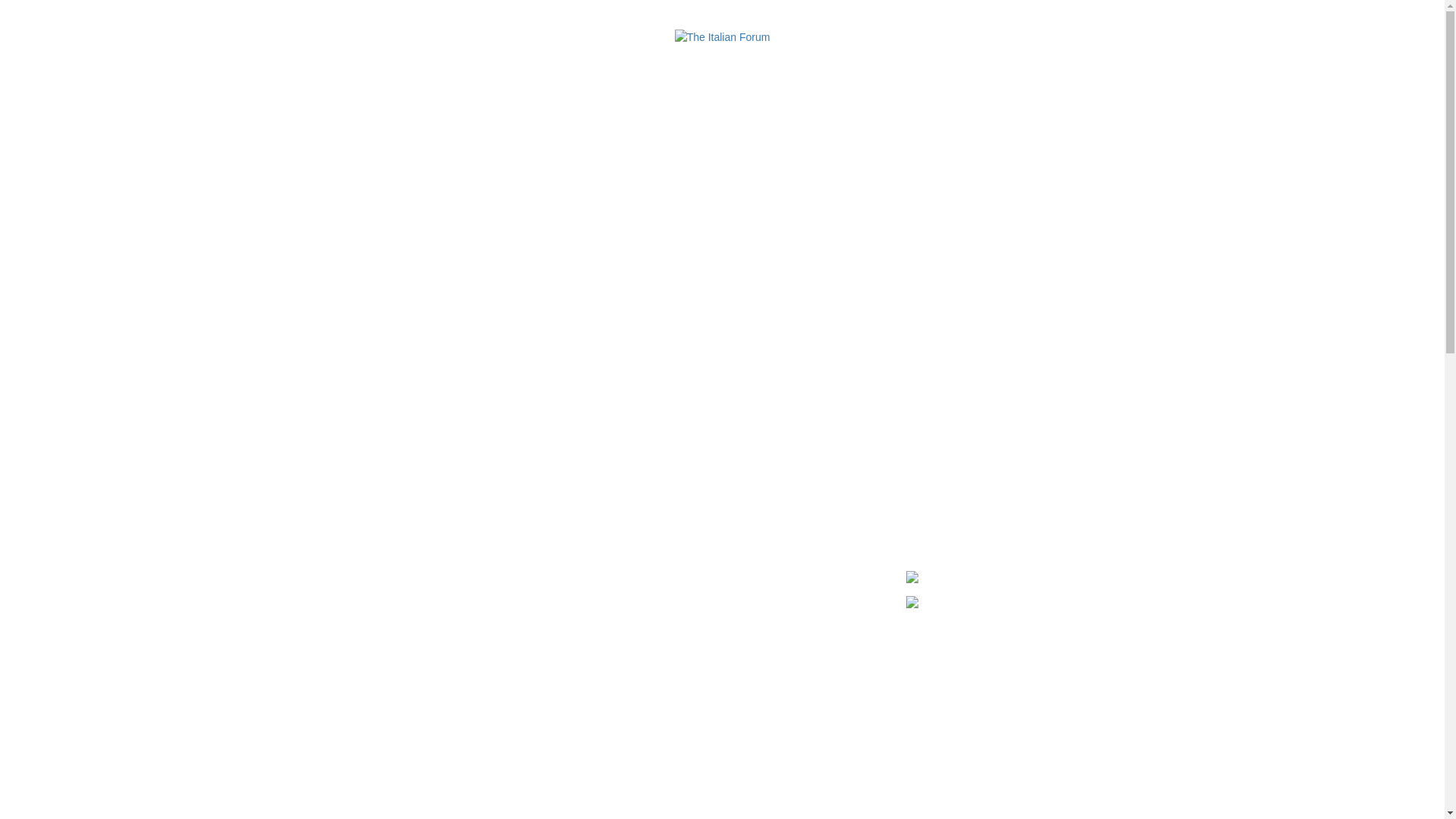 This screenshot has width=1456, height=819. I want to click on 'DIRECTORY', so click(520, 48).